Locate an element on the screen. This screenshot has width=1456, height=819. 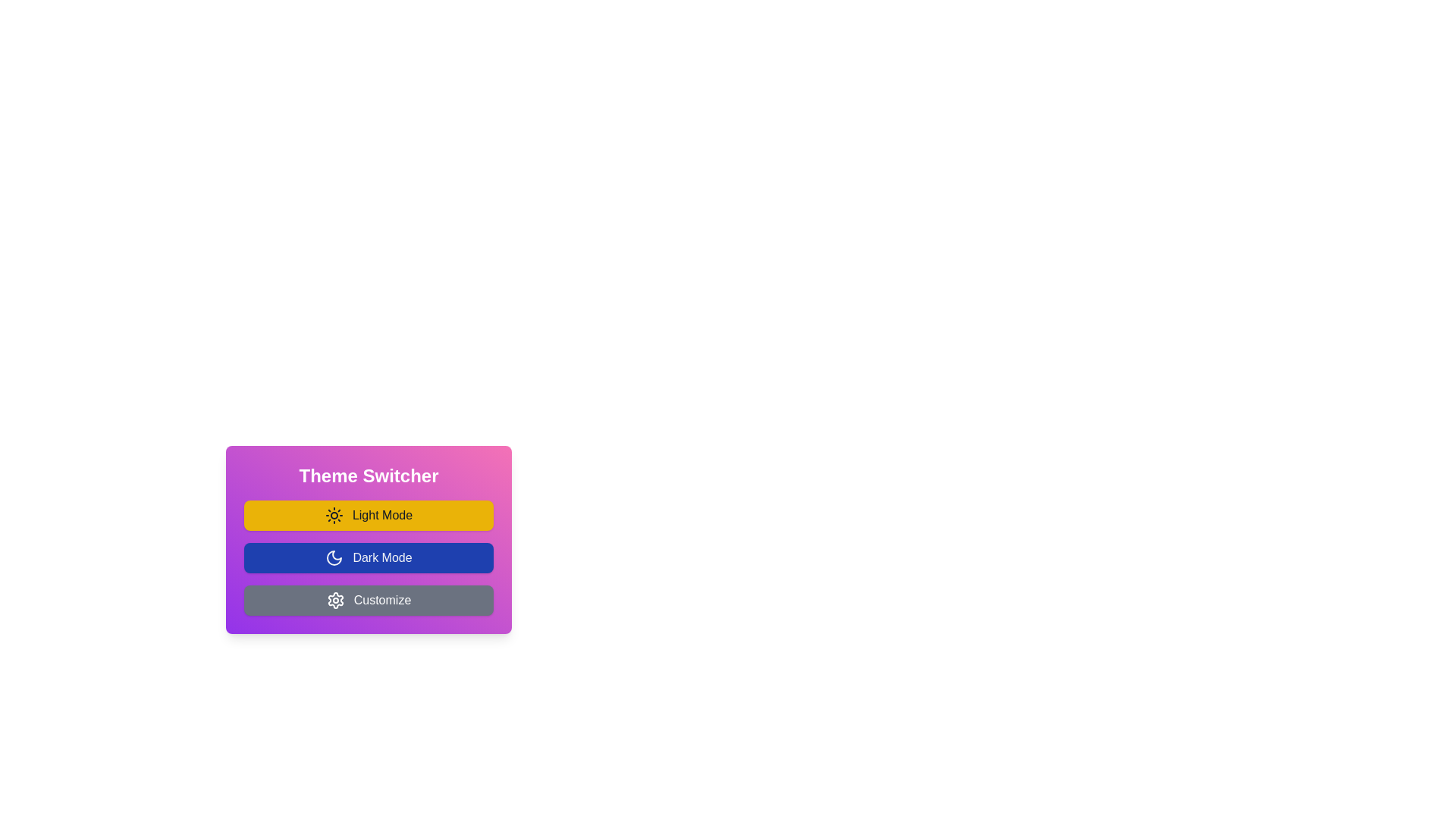
the textual label of the yellow button in the Theme Switcher menu, which allows the user to select the Light Mode theme is located at coordinates (382, 514).